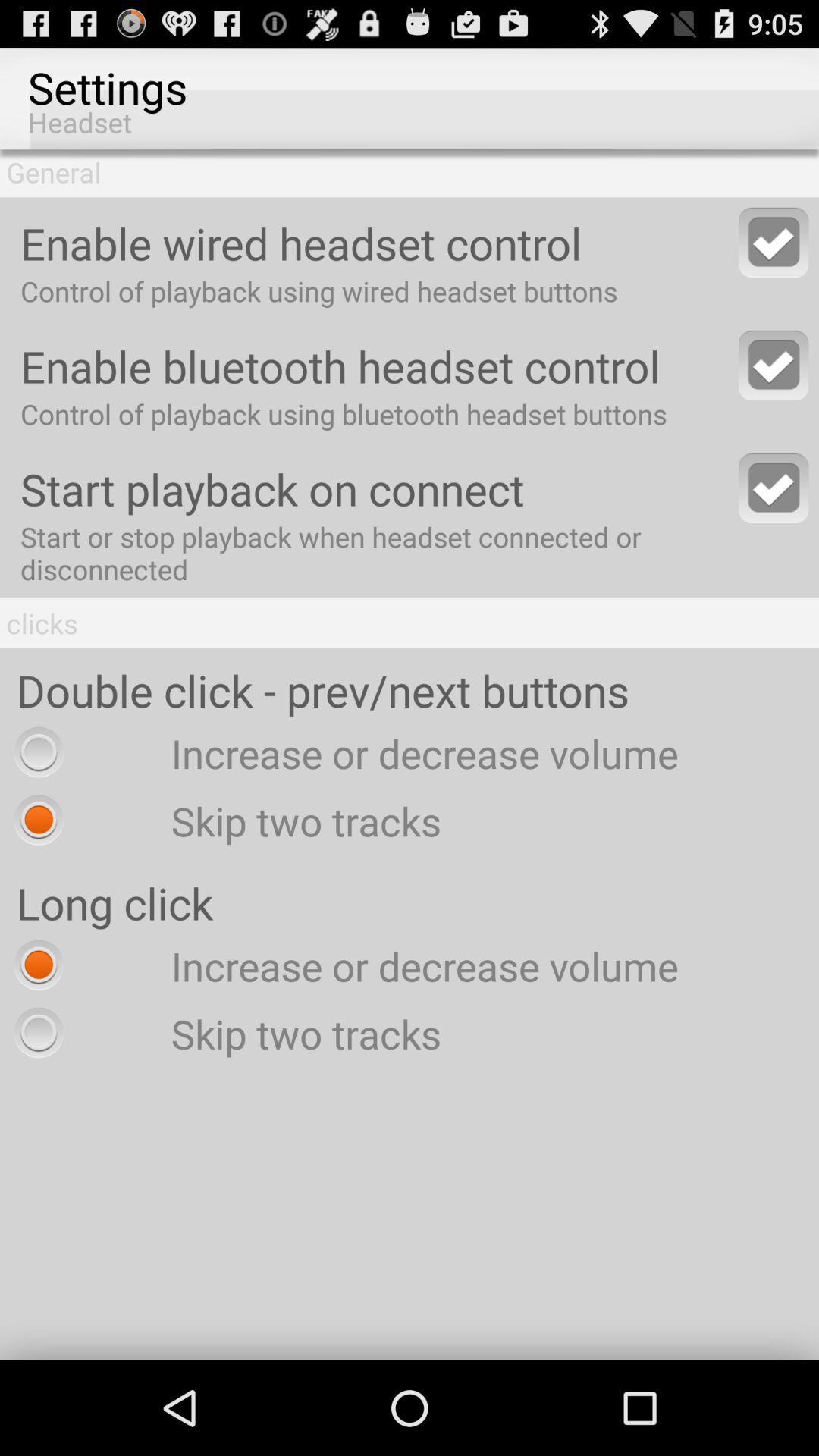 Image resolution: width=819 pixels, height=1456 pixels. What do you see at coordinates (773, 241) in the screenshot?
I see `enable/disable wired headset control` at bounding box center [773, 241].